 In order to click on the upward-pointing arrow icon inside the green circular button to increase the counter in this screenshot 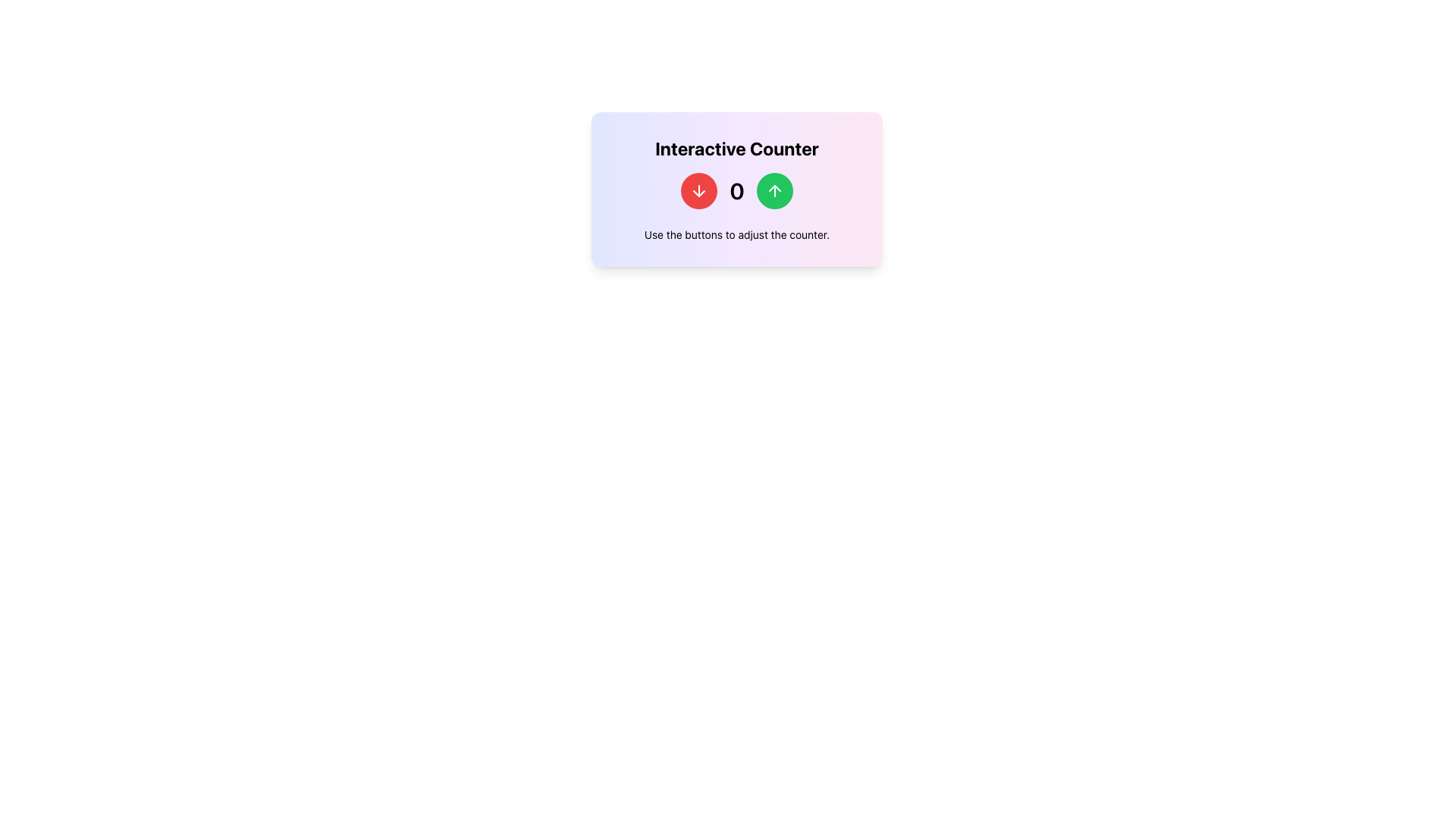, I will do `click(774, 190)`.